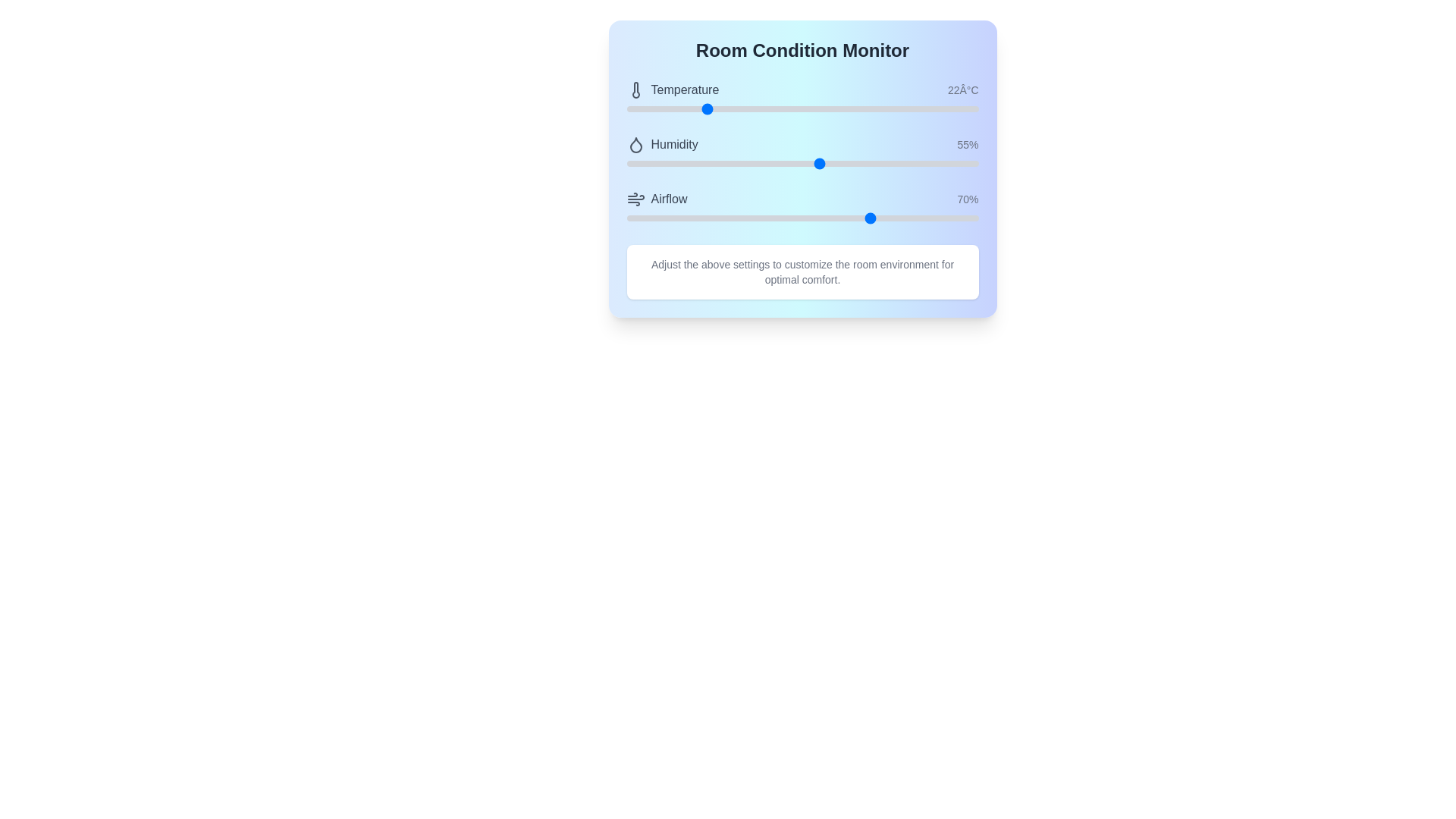 The width and height of the screenshot is (1456, 819). Describe the element at coordinates (935, 218) in the screenshot. I see `airflow level` at that location.